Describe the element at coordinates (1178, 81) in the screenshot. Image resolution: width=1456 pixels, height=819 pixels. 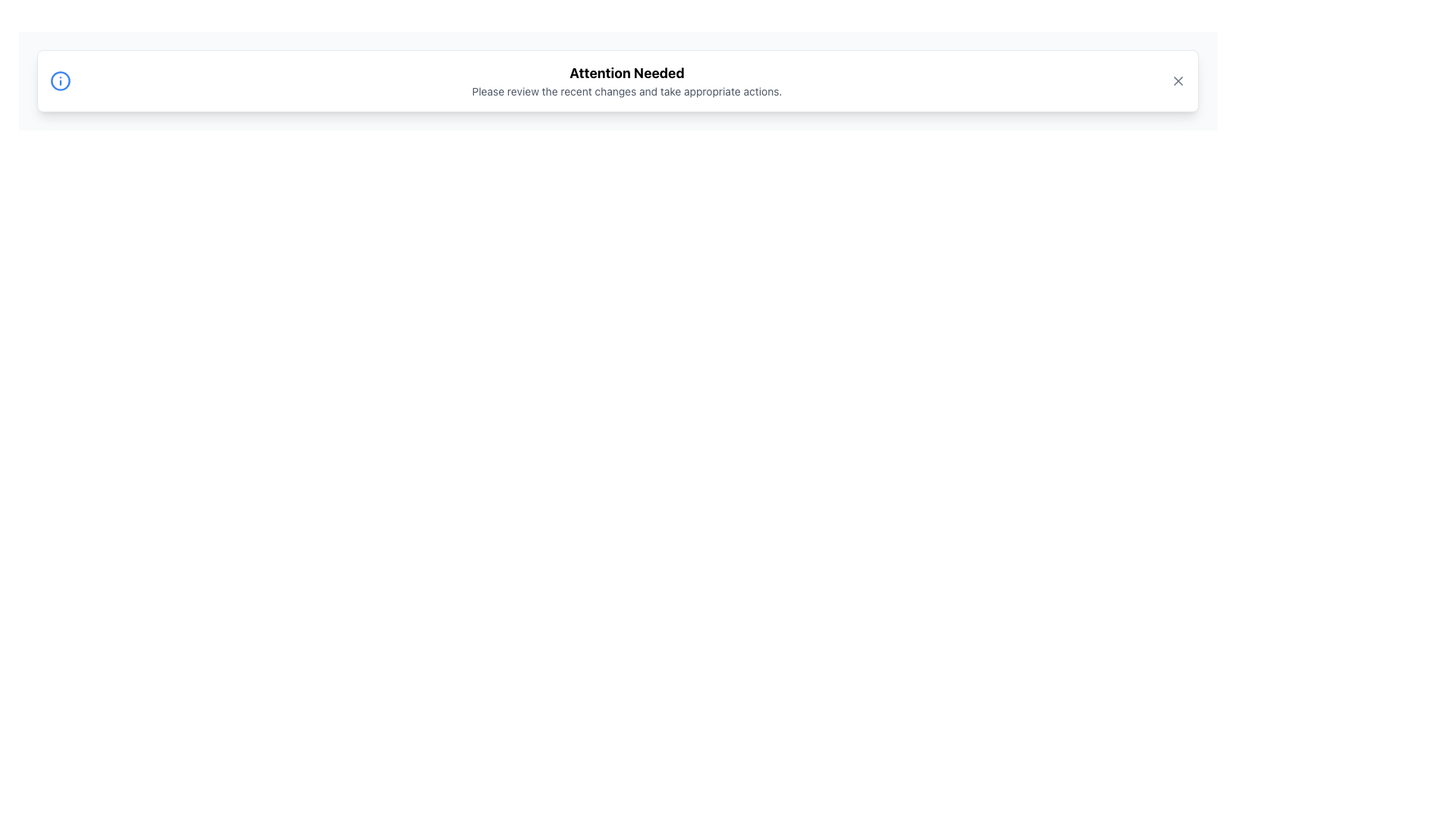
I see `the close icon located in the notification bar` at that location.